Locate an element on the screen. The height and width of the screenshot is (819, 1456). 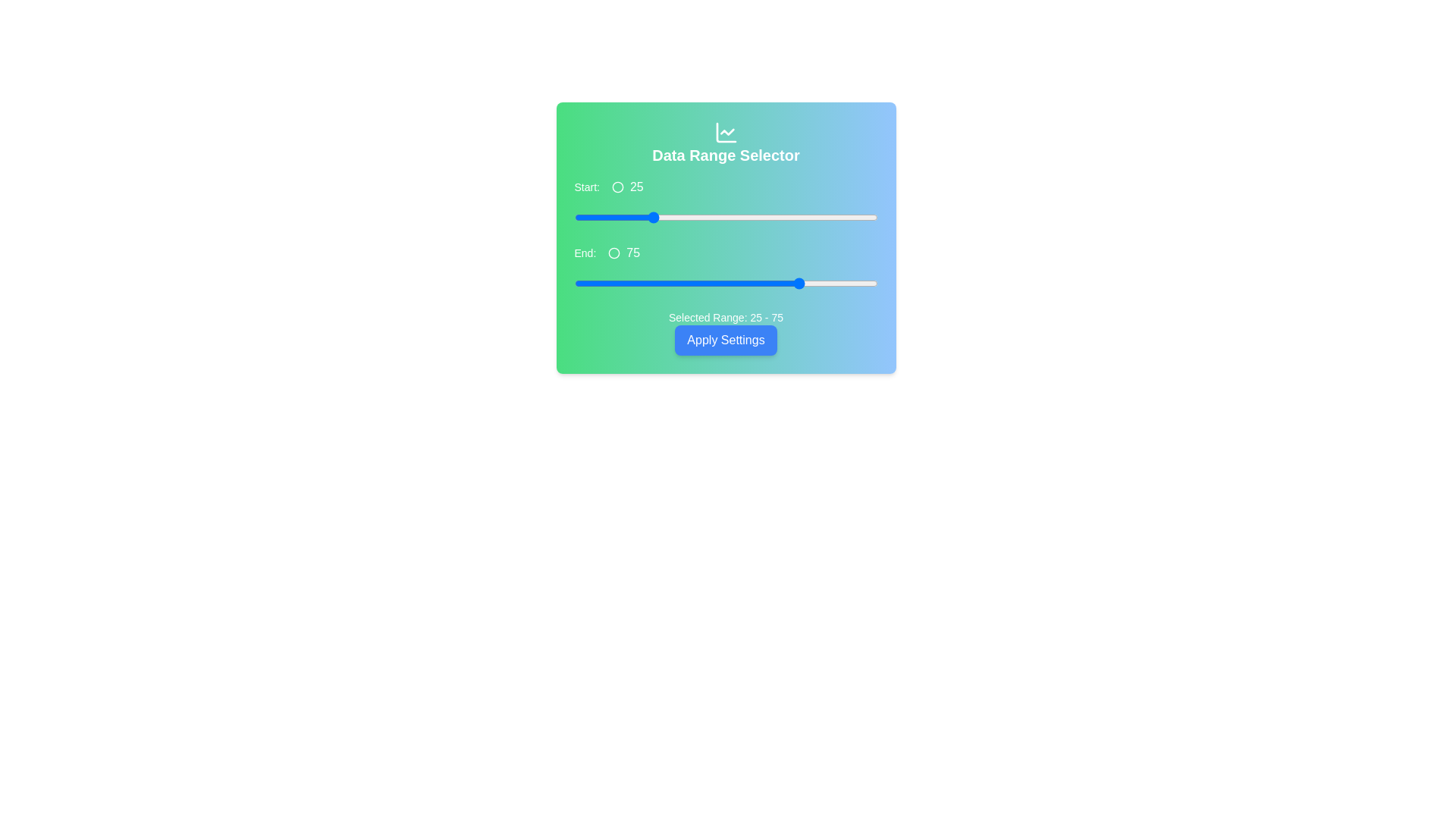
the track of the Range slider located beneath the 'Start: 25' slider and adjacent to the 'End: 75' label to set a new value is located at coordinates (725, 284).